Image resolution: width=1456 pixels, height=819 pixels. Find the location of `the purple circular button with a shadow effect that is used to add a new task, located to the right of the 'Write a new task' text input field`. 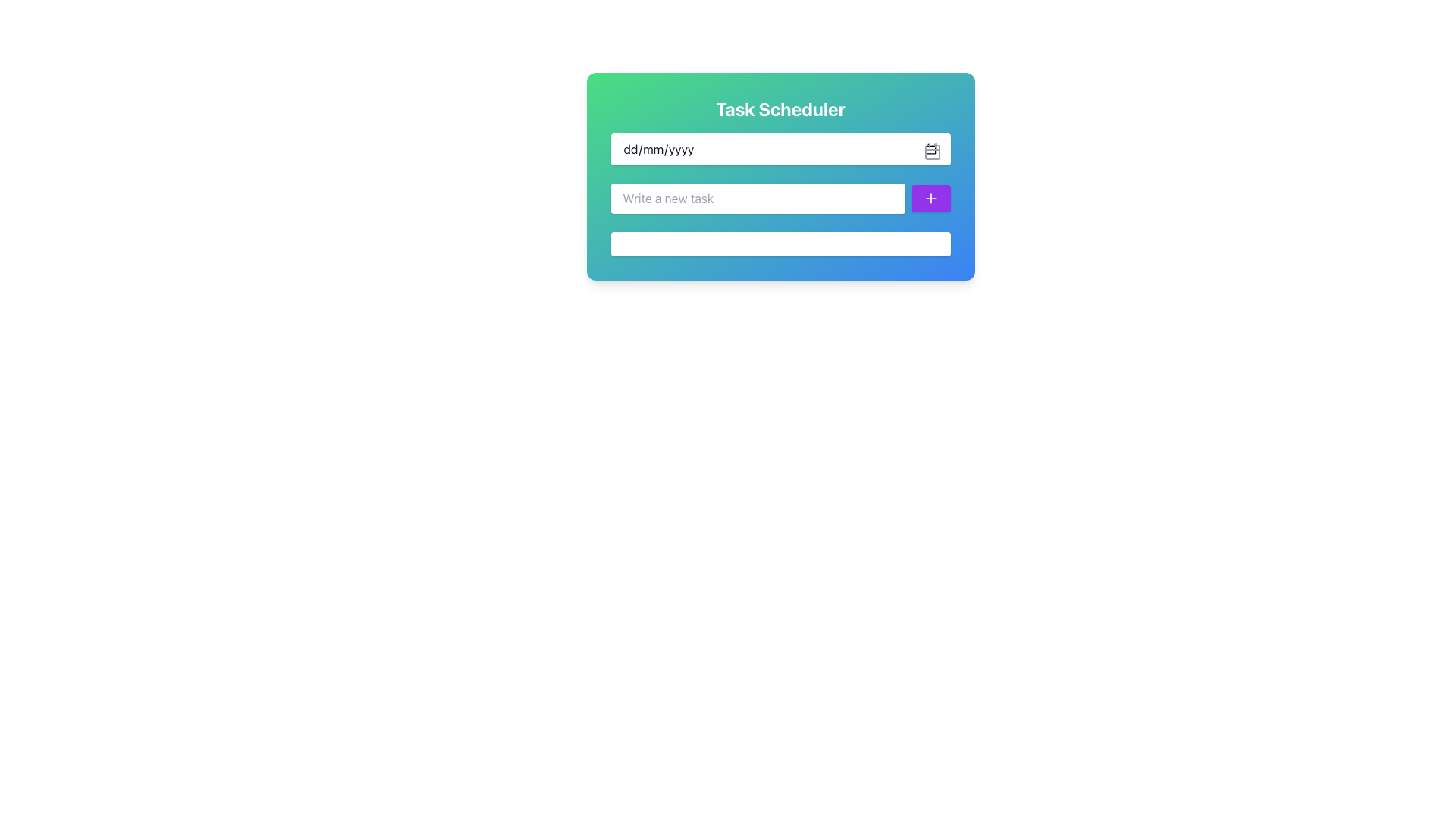

the purple circular button with a shadow effect that is used to add a new task, located to the right of the 'Write a new task' text input field is located at coordinates (930, 198).